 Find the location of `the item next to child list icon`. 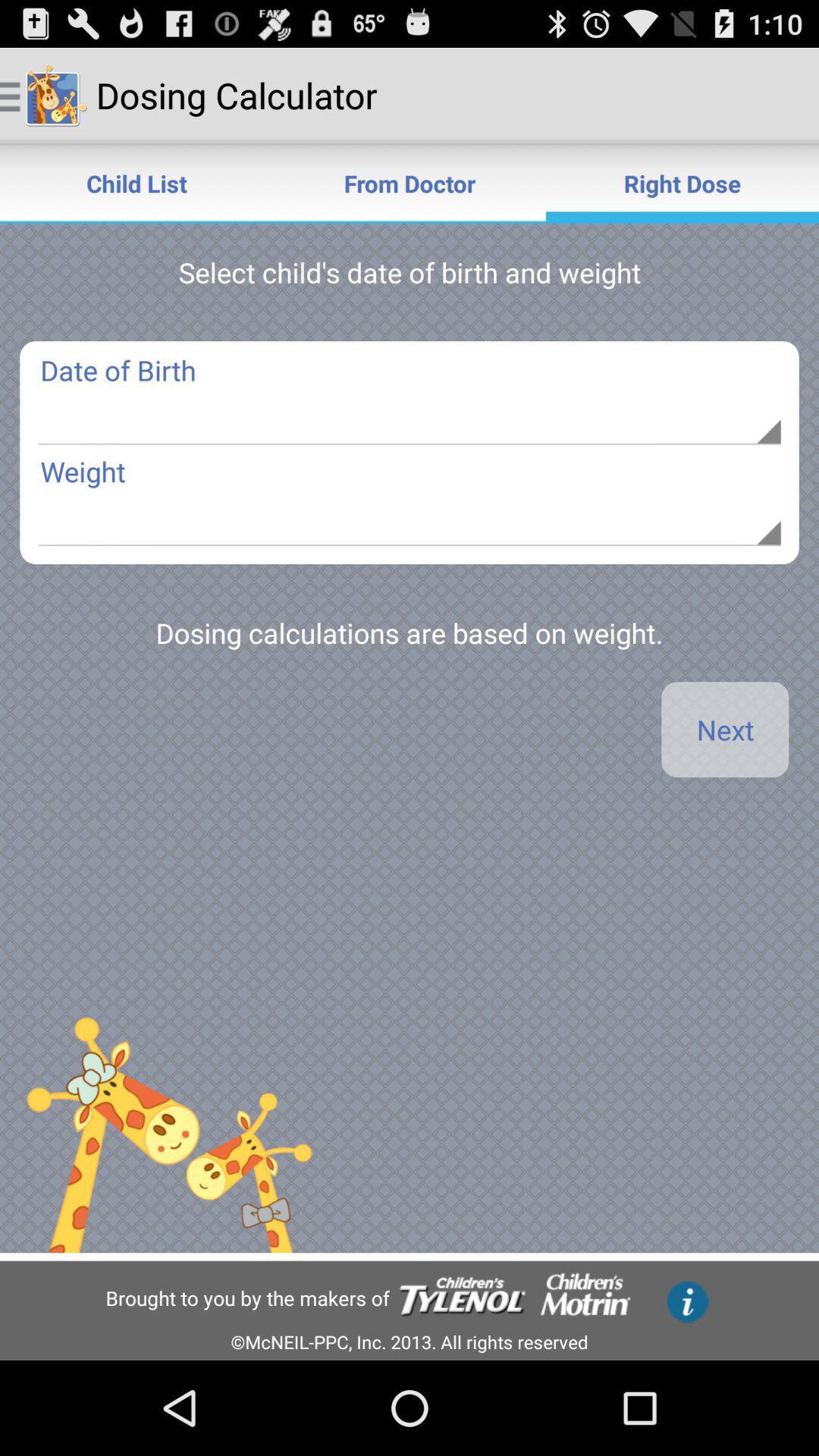

the item next to child list icon is located at coordinates (409, 182).